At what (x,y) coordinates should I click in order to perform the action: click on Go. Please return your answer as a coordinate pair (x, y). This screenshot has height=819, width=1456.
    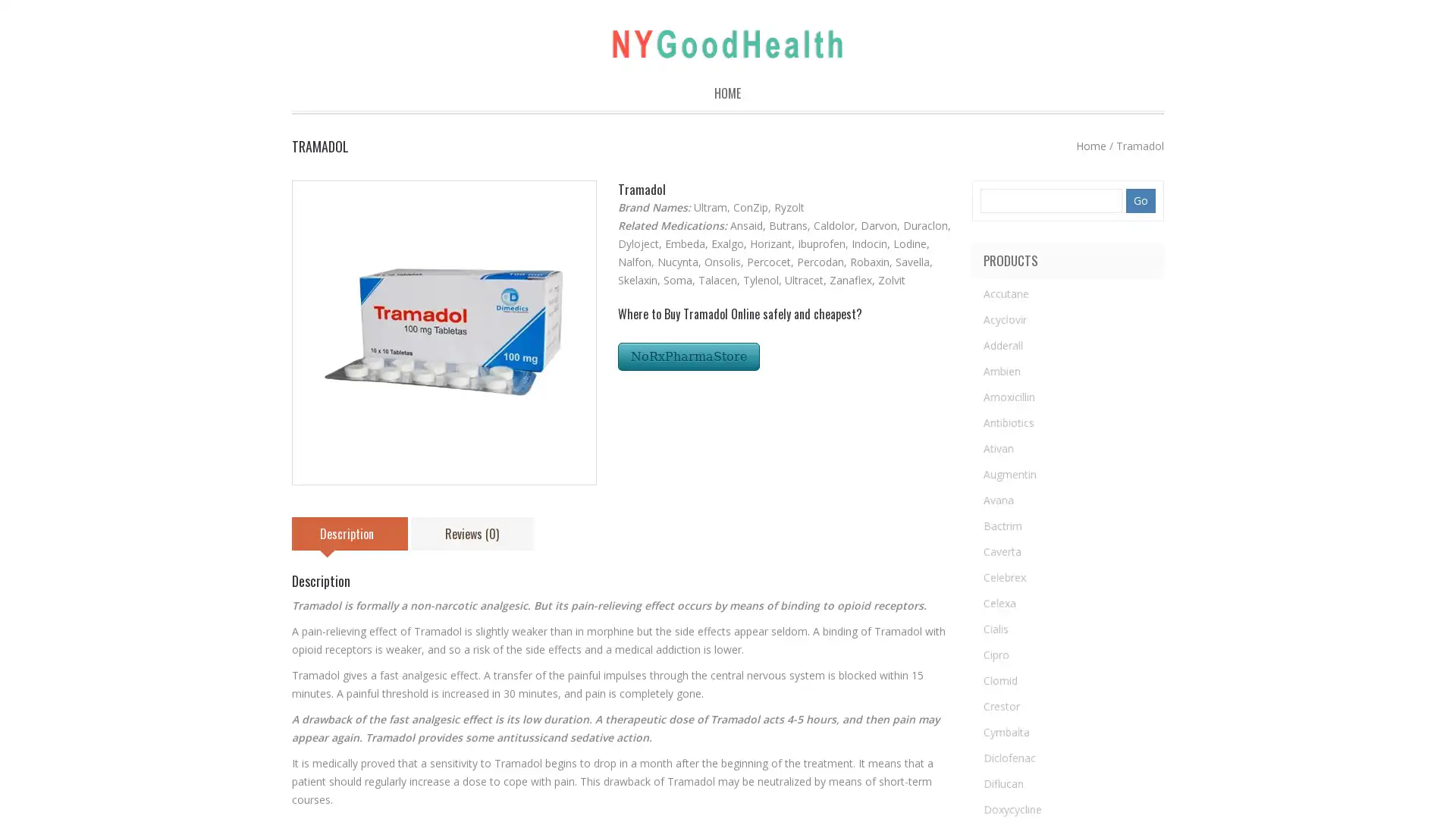
    Looking at the image, I should click on (1141, 200).